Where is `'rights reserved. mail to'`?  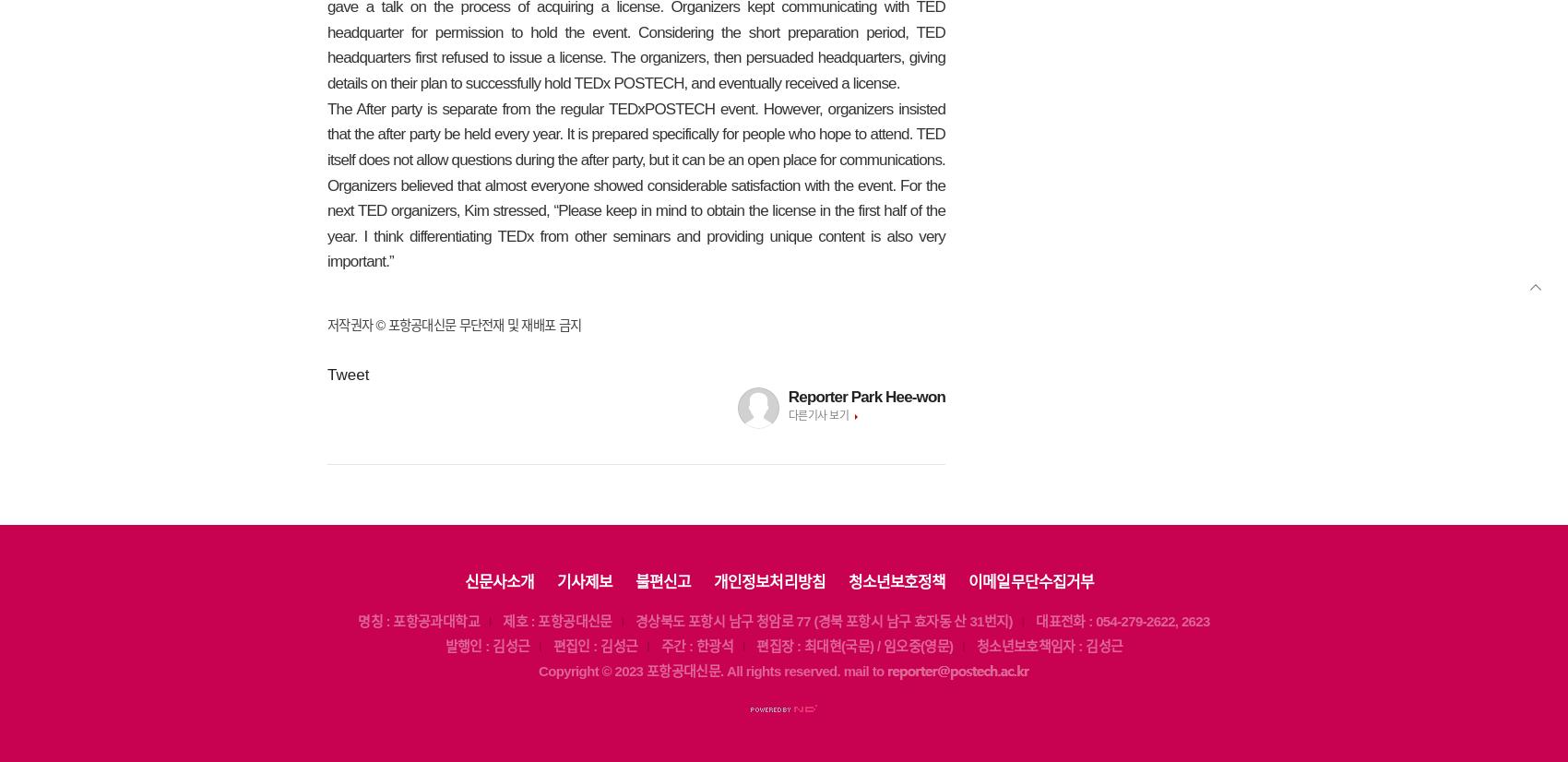
'rights reserved. mail to' is located at coordinates (814, 671).